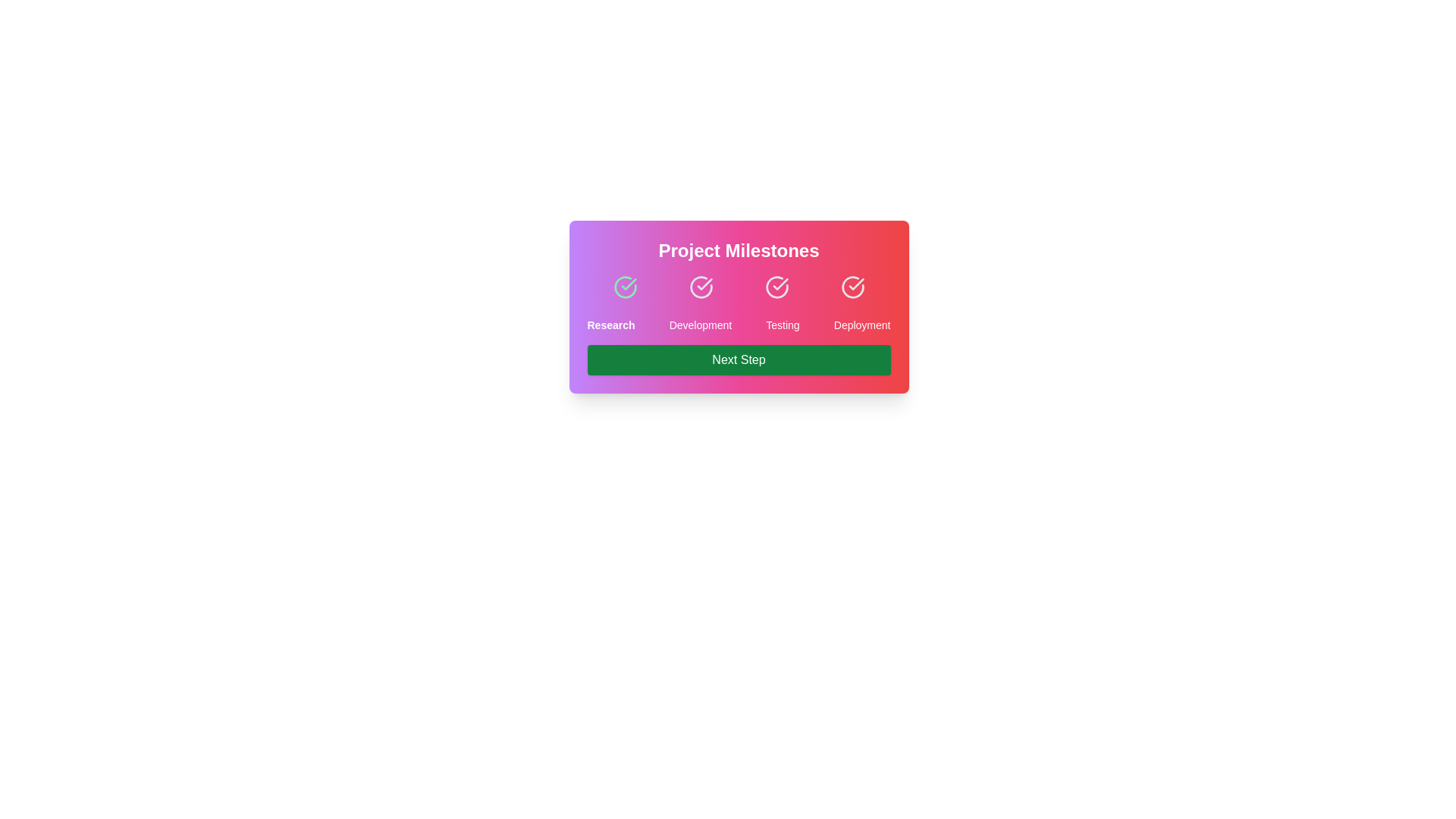  What do you see at coordinates (783, 324) in the screenshot?
I see `the static text label that represents the 'Testing' phase, located as the third label in a sequence of four labels within a rectangular panel` at bounding box center [783, 324].